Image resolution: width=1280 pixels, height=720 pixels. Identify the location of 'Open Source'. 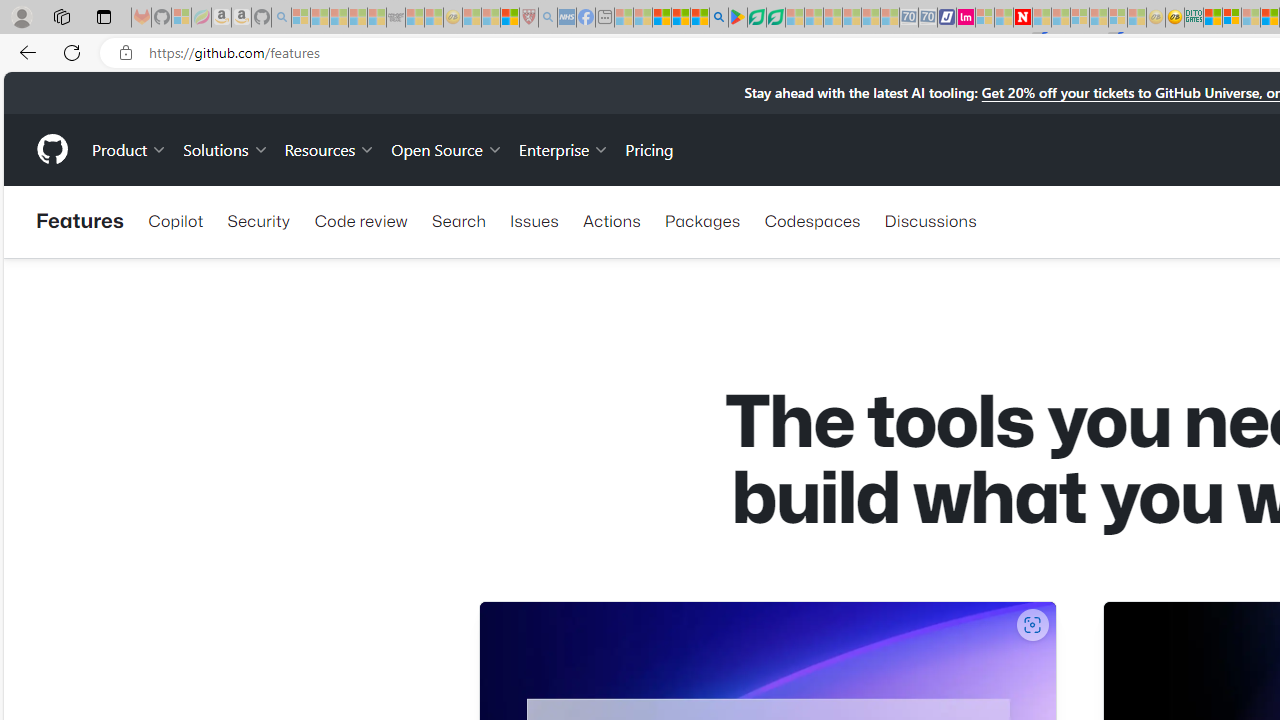
(445, 148).